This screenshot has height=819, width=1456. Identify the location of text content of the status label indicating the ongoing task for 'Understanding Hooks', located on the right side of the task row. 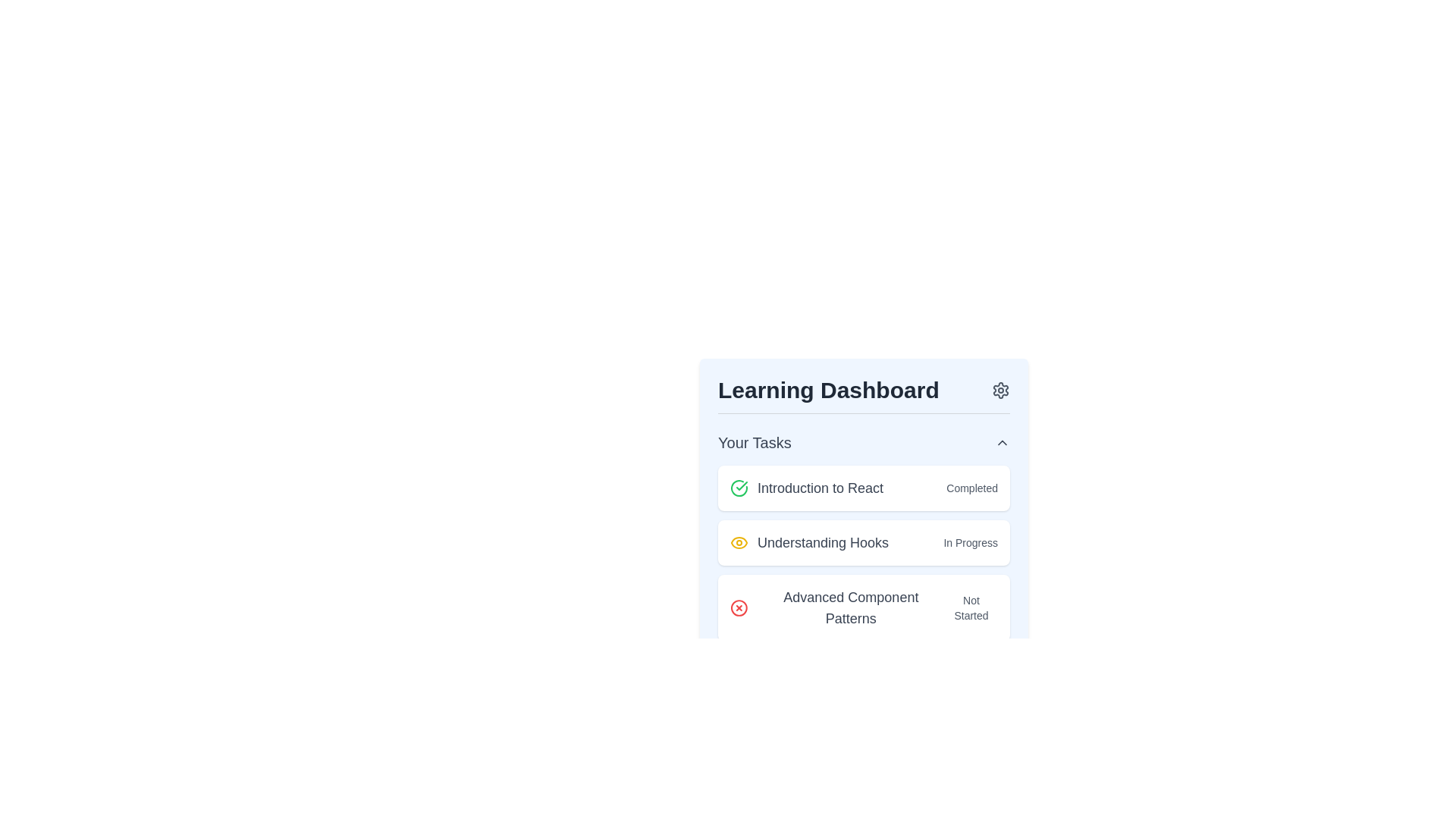
(971, 542).